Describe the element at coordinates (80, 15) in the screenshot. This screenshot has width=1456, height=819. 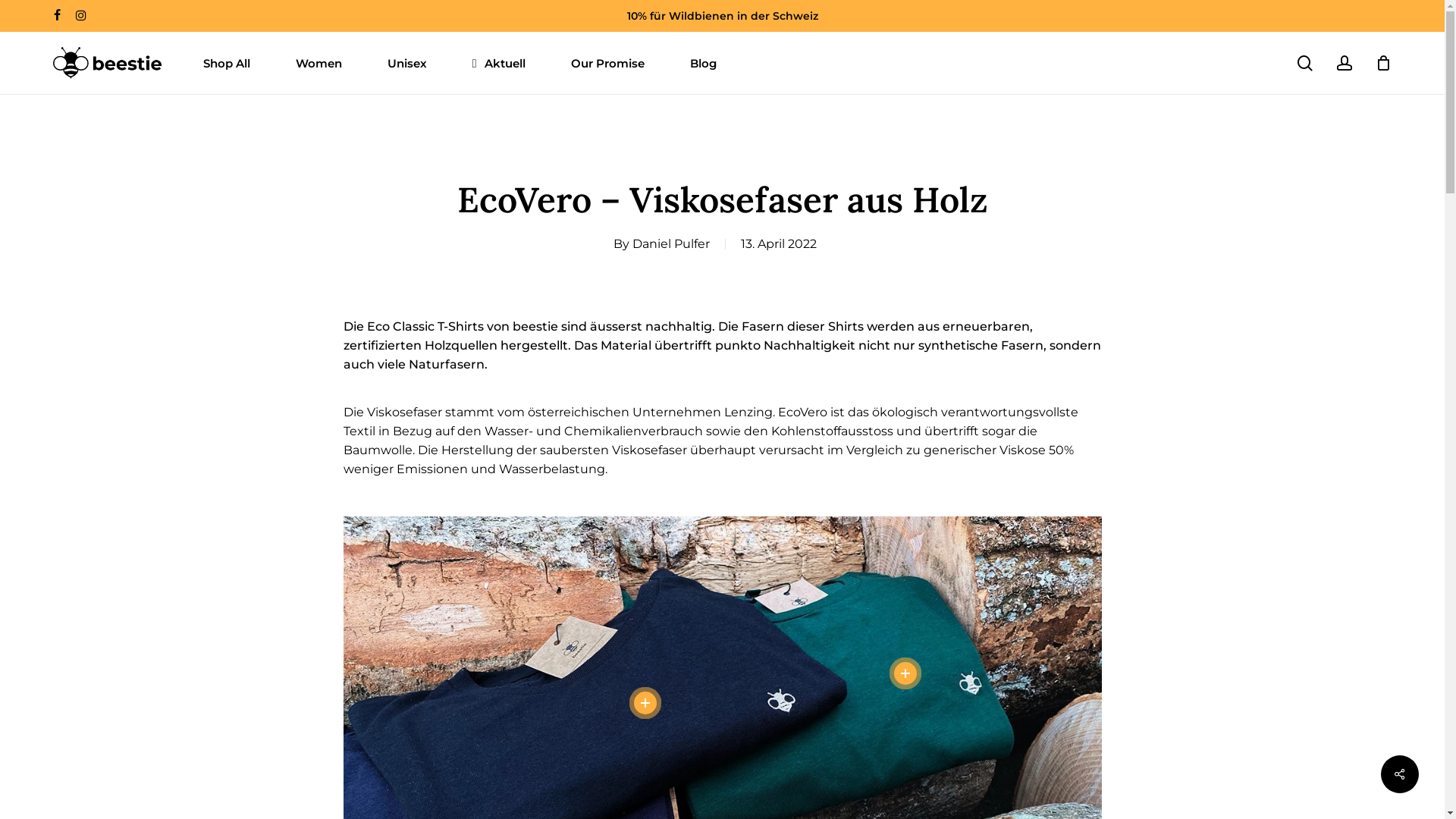
I see `'instagram'` at that location.